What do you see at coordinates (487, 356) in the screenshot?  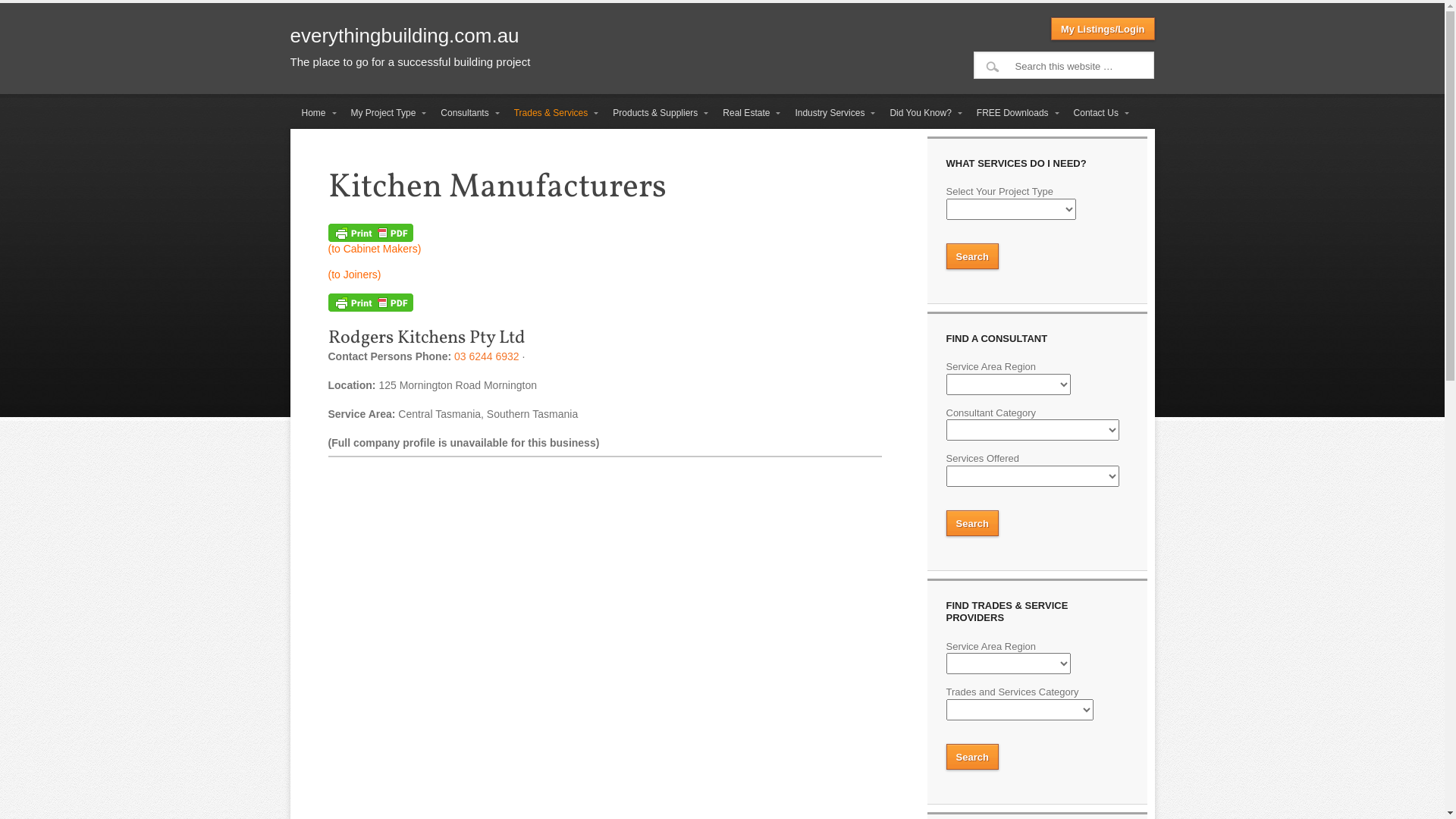 I see `'03 6244 6932'` at bounding box center [487, 356].